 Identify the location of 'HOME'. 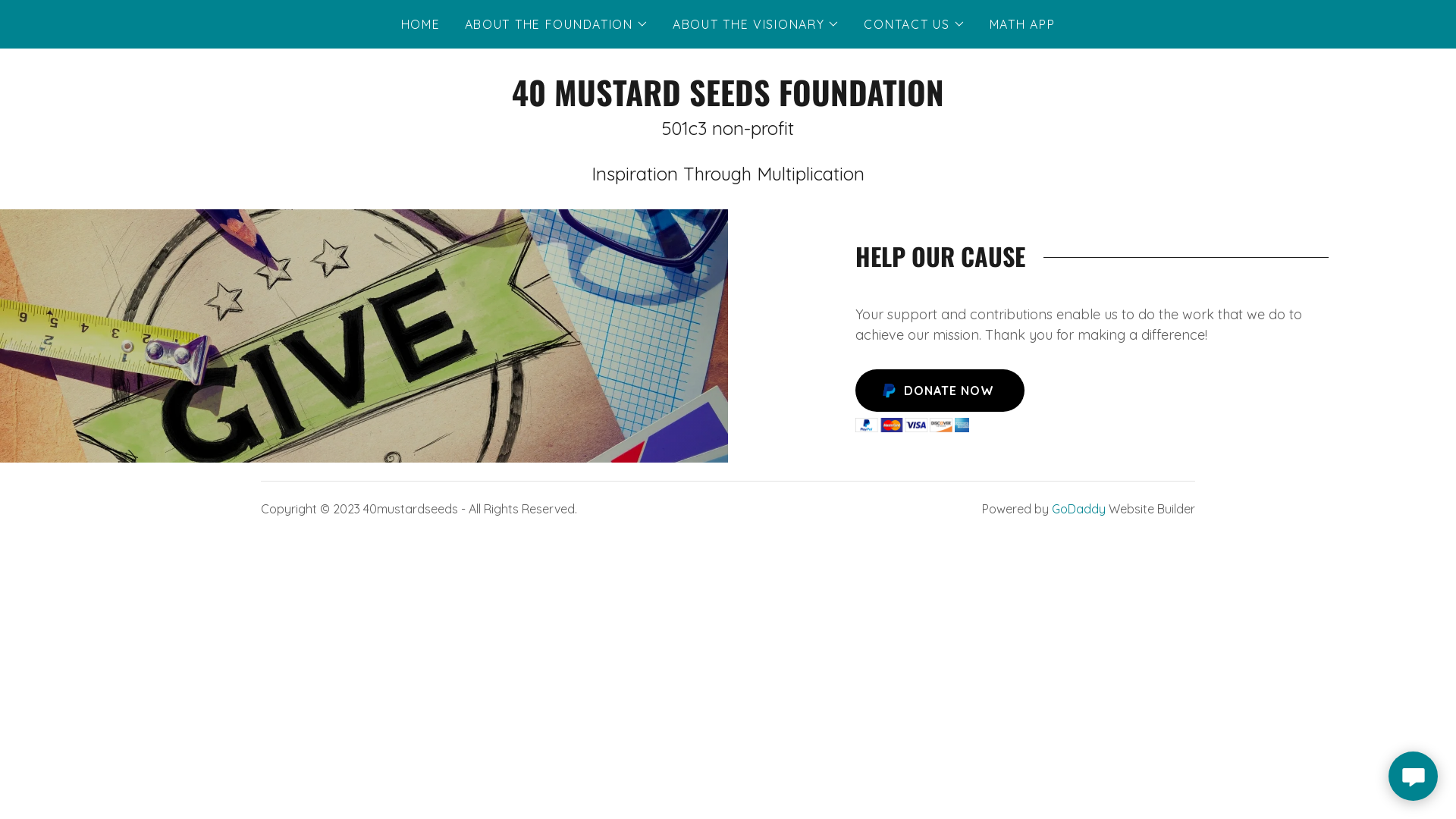
(397, 24).